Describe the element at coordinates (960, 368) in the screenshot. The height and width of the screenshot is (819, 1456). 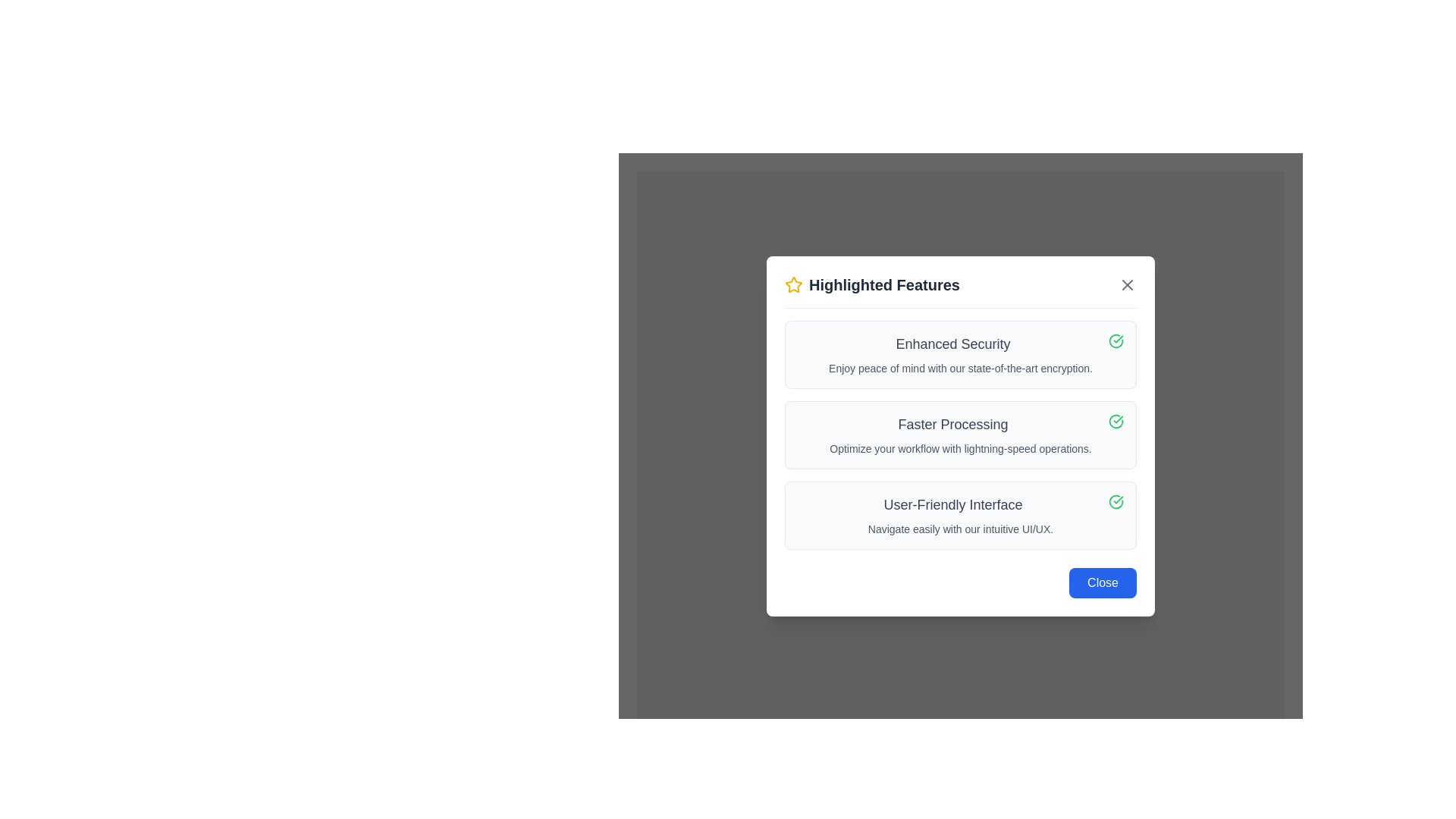
I see `the text element displaying 'Enjoy peace of mind with our state-of-the-art encryption.' located below the 'Enhanced Security' header` at that location.